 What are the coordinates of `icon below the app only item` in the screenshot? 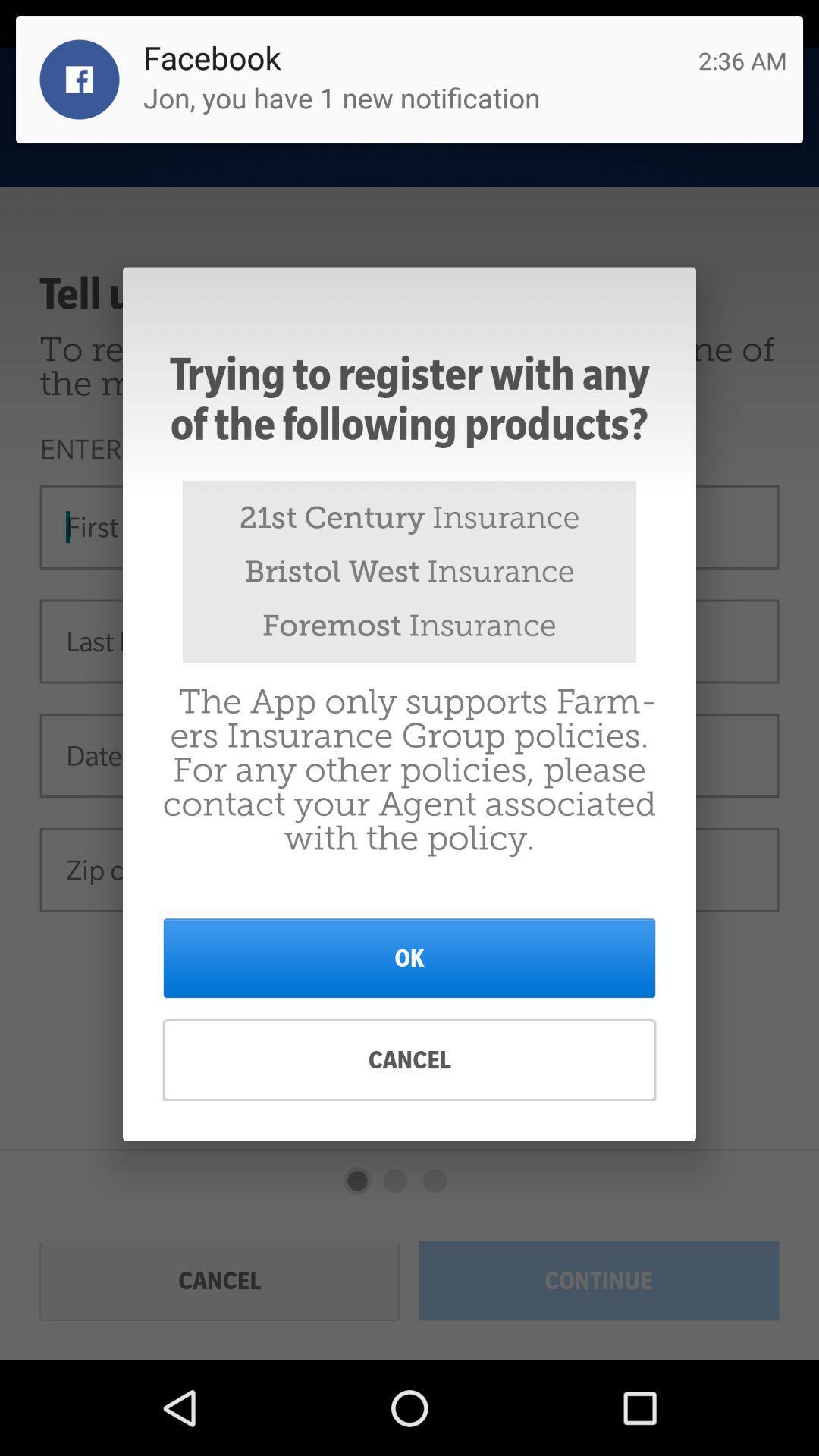 It's located at (409, 957).